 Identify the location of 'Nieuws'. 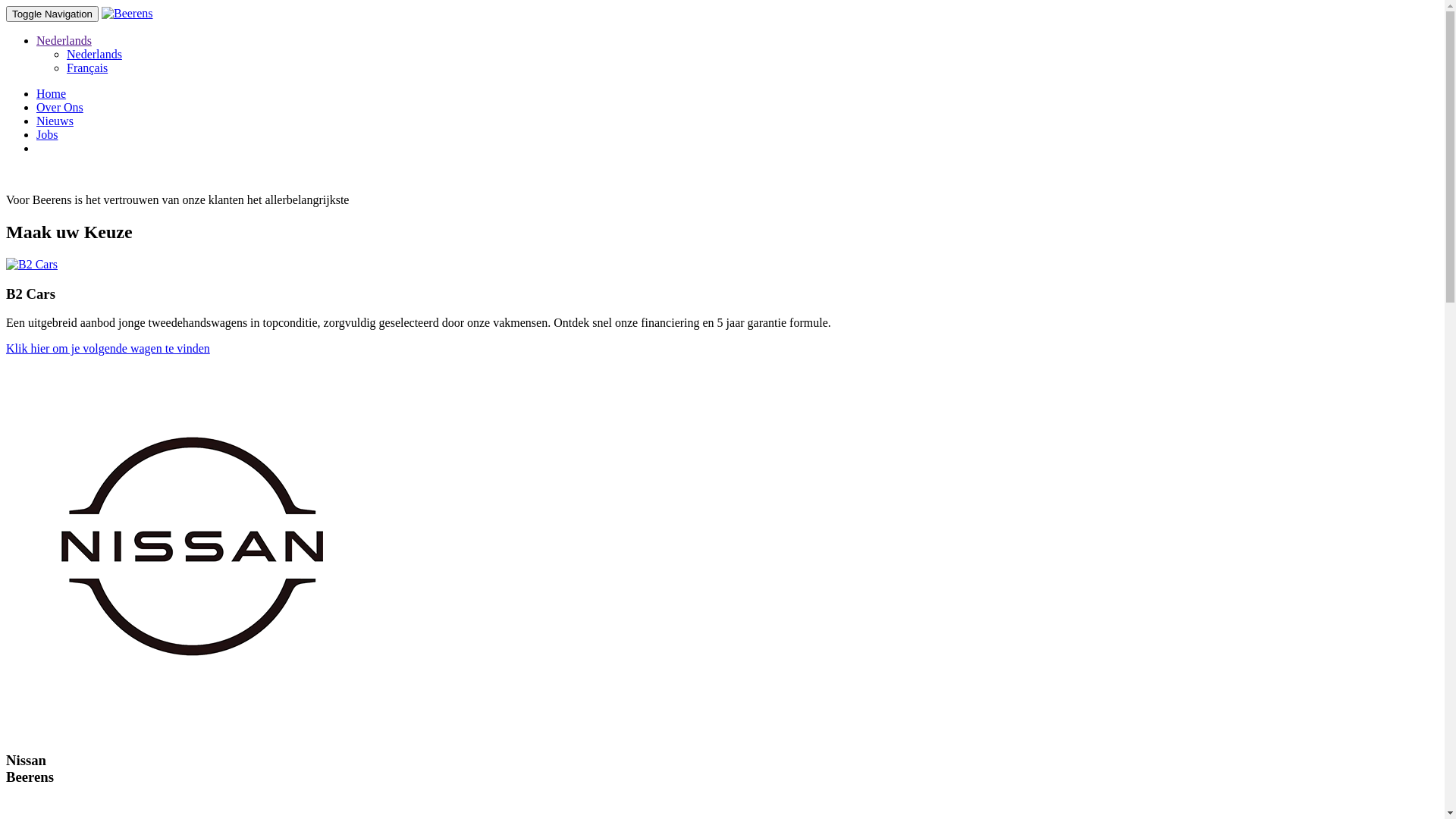
(36, 120).